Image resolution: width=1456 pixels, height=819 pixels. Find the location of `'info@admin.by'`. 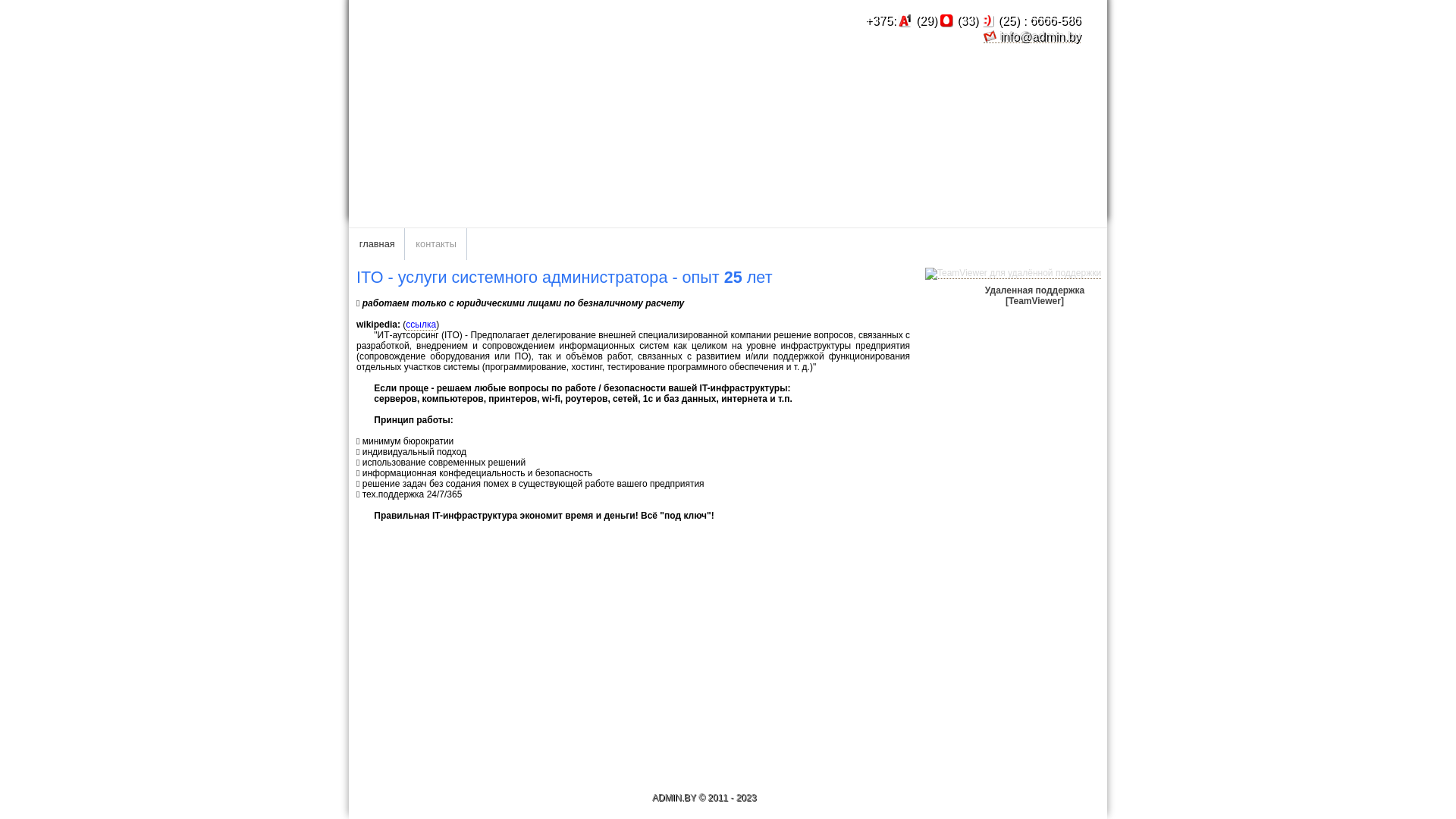

'info@admin.by' is located at coordinates (1031, 35).